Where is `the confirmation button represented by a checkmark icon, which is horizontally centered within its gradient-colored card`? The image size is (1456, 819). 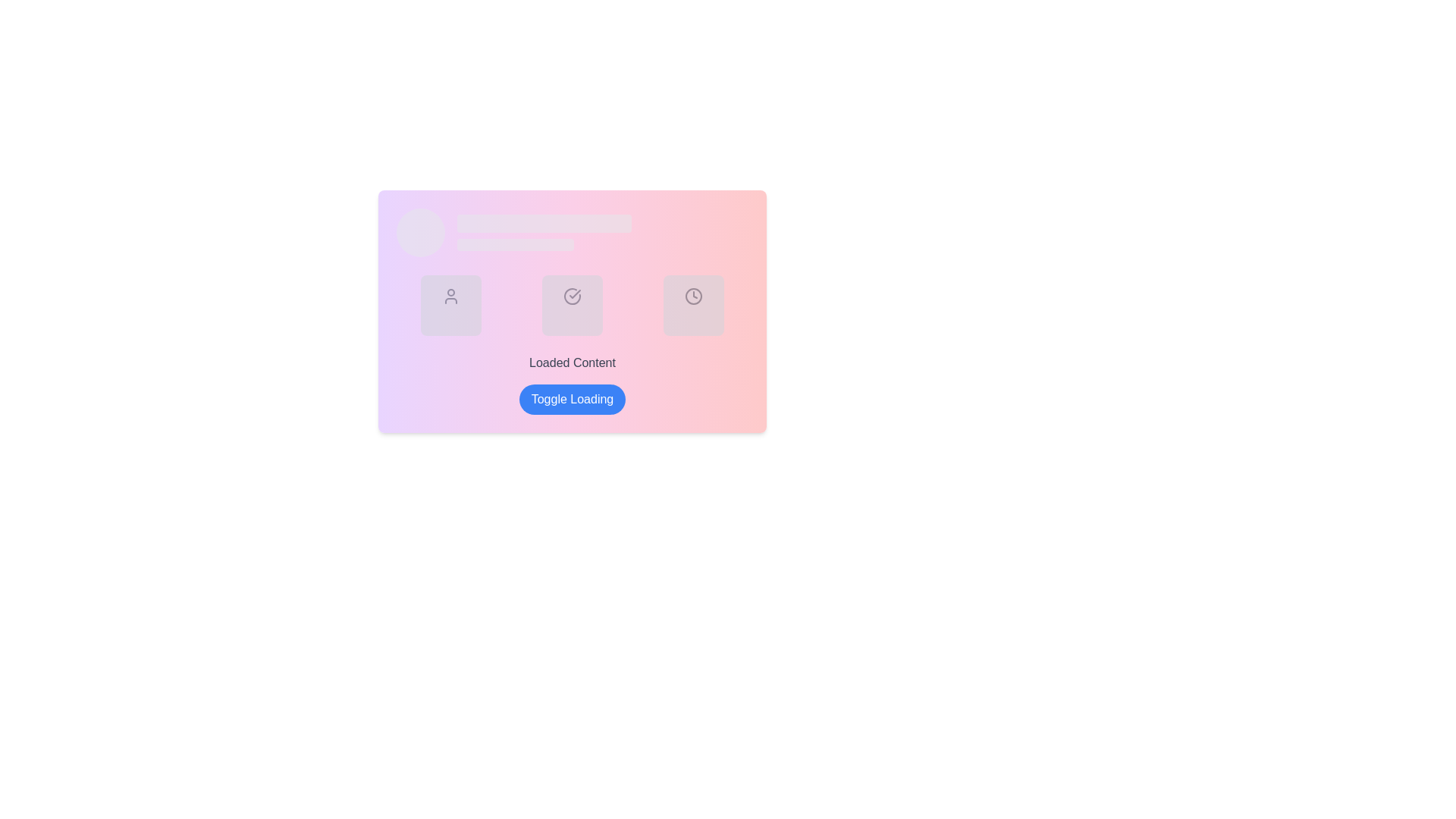
the confirmation button represented by a checkmark icon, which is horizontally centered within its gradient-colored card is located at coordinates (571, 311).